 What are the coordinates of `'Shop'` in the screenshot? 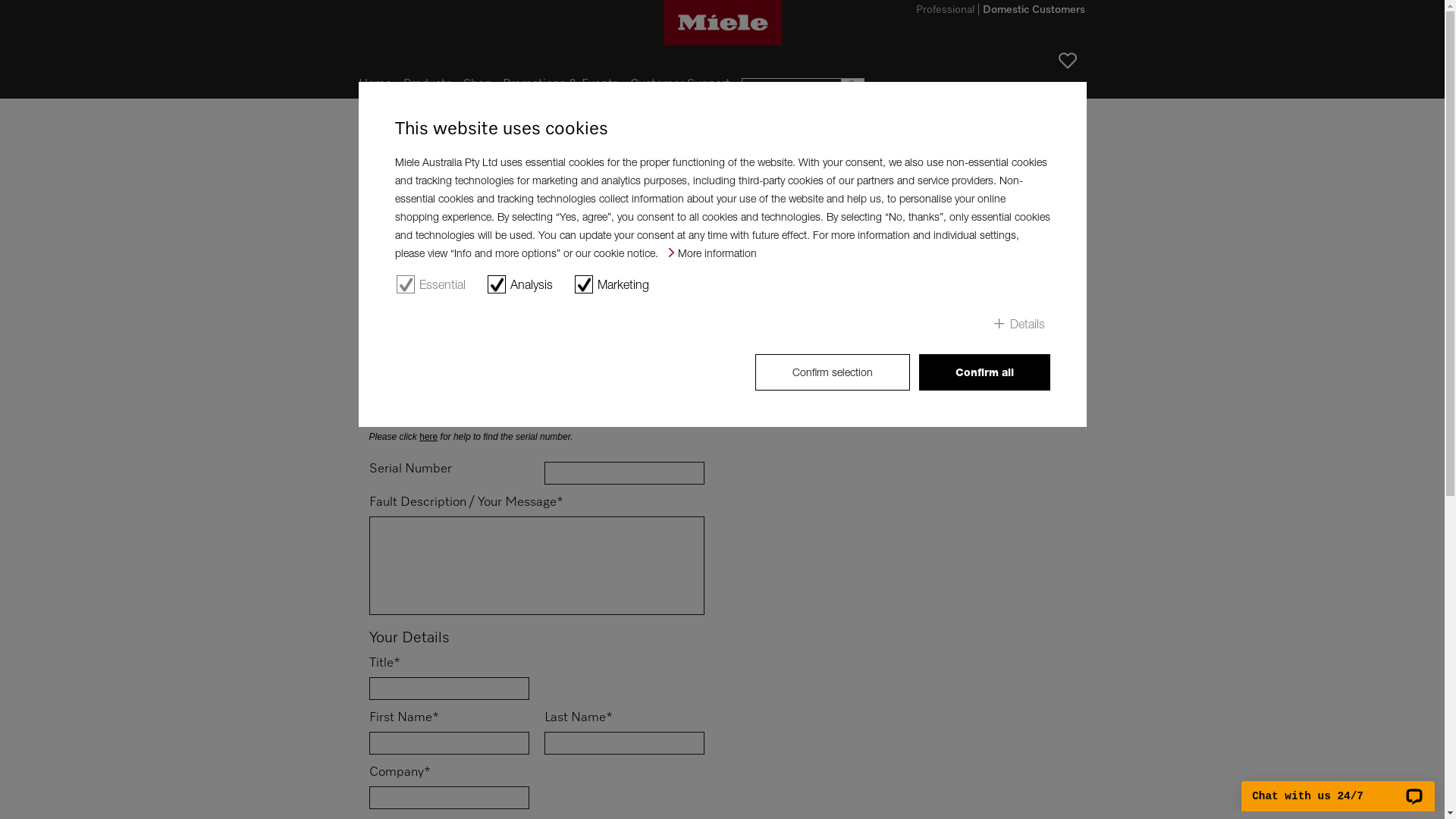 It's located at (475, 84).